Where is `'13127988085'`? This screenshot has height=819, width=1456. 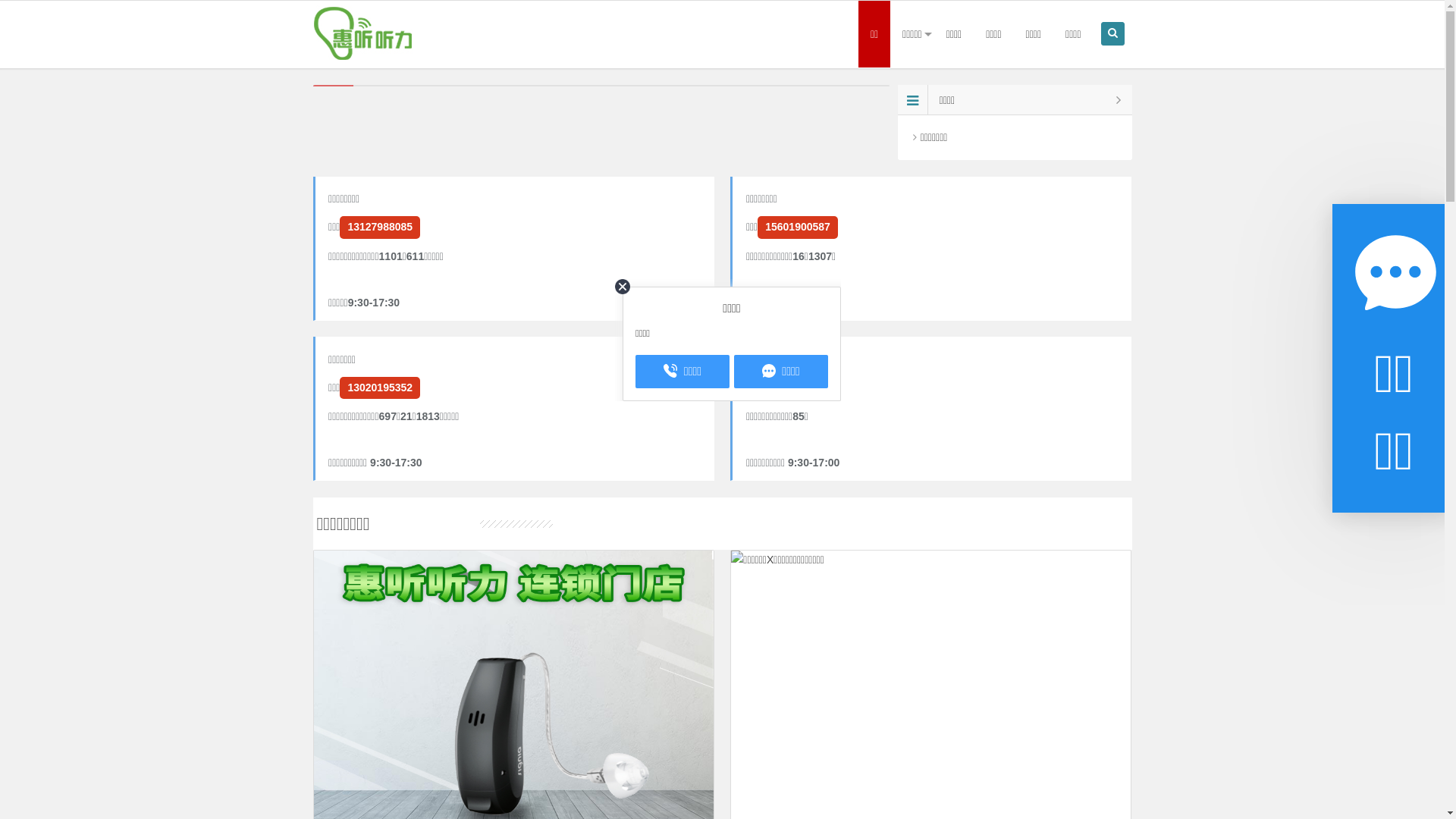 '13127988085' is located at coordinates (338, 227).